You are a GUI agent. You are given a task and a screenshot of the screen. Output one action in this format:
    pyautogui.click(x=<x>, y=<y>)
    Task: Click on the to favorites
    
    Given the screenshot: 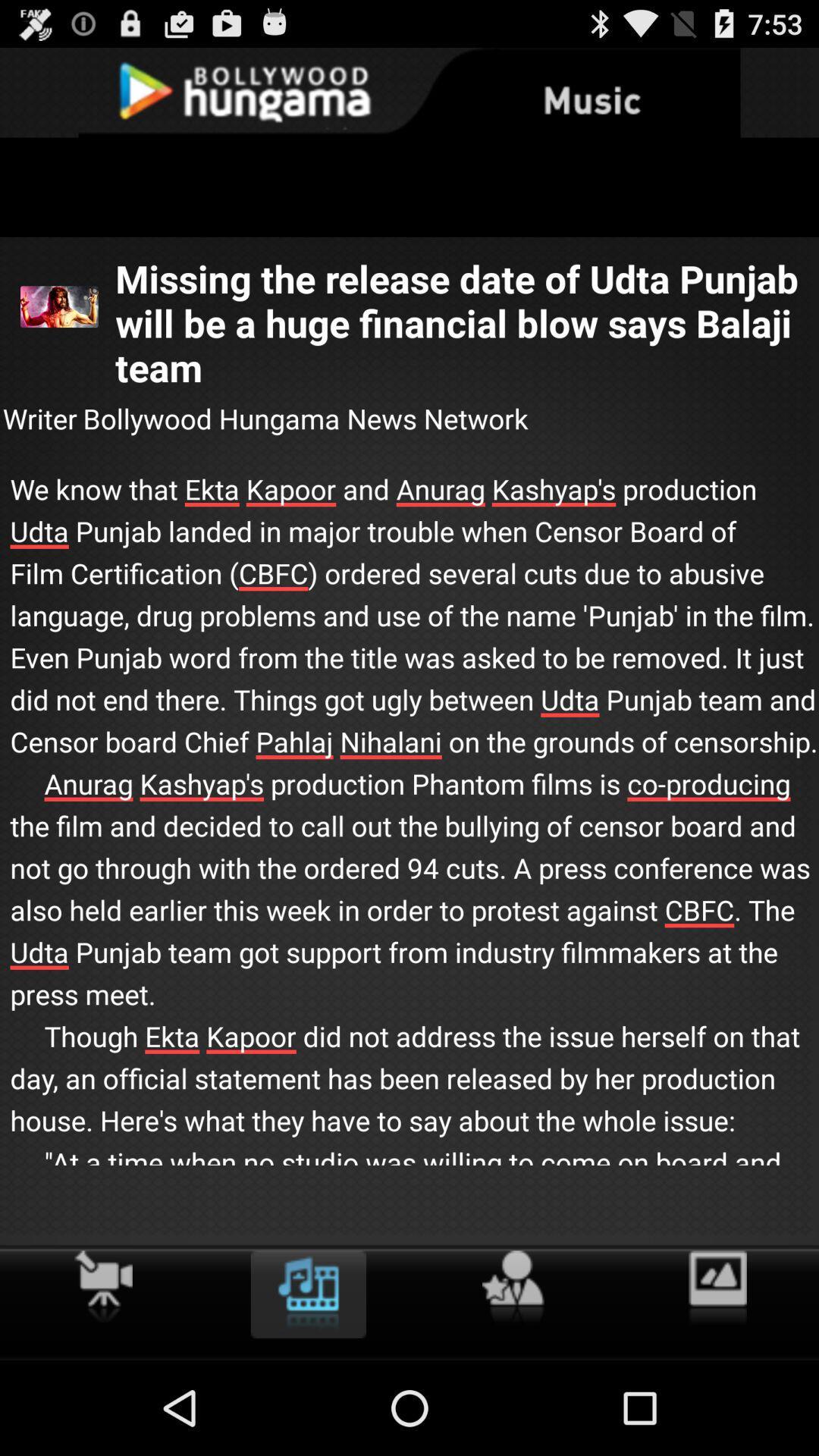 What is the action you would take?
    pyautogui.click(x=512, y=1287)
    